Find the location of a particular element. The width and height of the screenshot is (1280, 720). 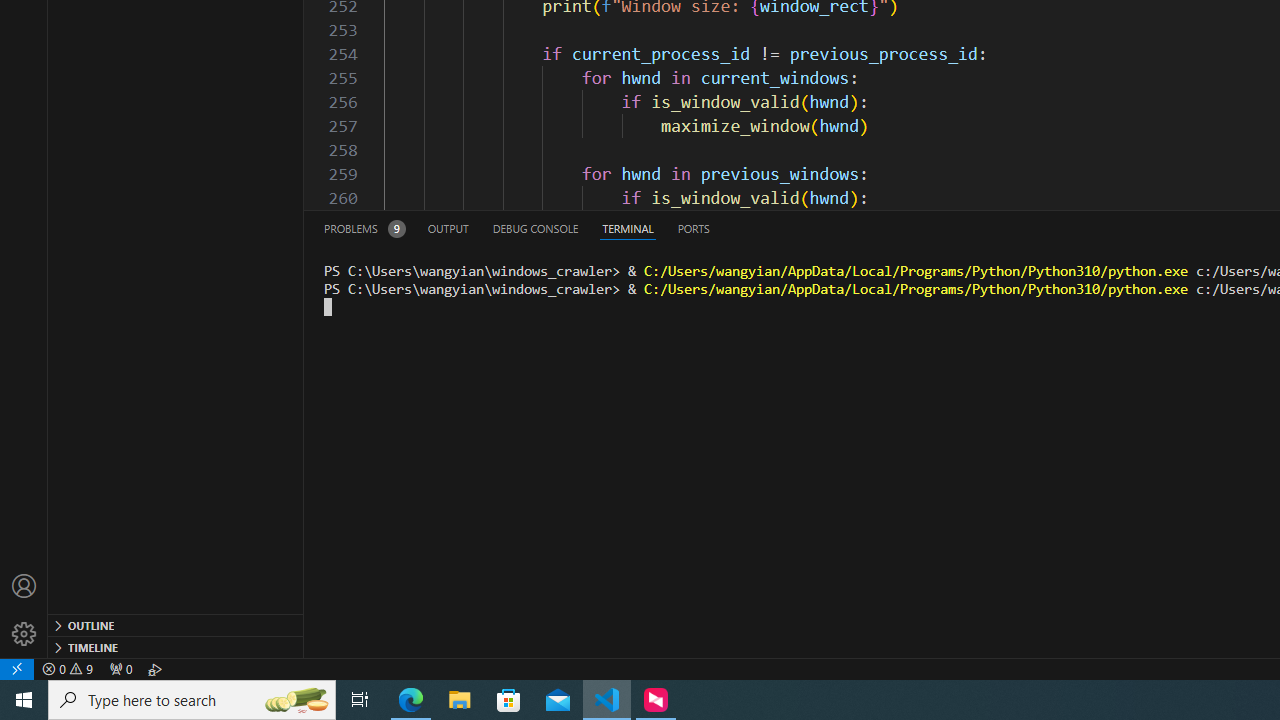

'Output (Ctrl+Shift+U)' is located at coordinates (447, 227).